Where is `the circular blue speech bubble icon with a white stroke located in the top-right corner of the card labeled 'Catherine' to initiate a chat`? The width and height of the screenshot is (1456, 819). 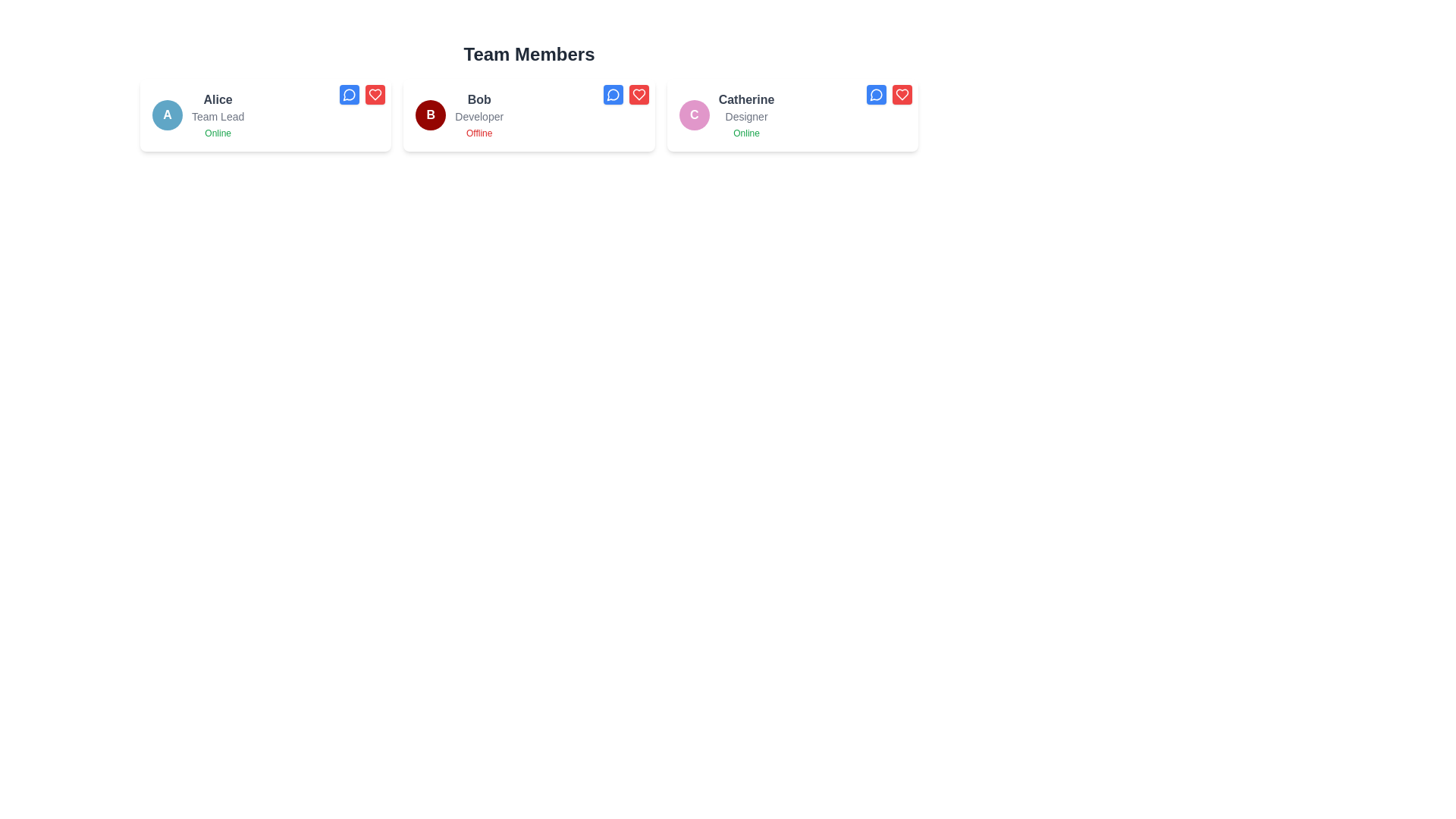
the circular blue speech bubble icon with a white stroke located in the top-right corner of the card labeled 'Catherine' to initiate a chat is located at coordinates (876, 95).